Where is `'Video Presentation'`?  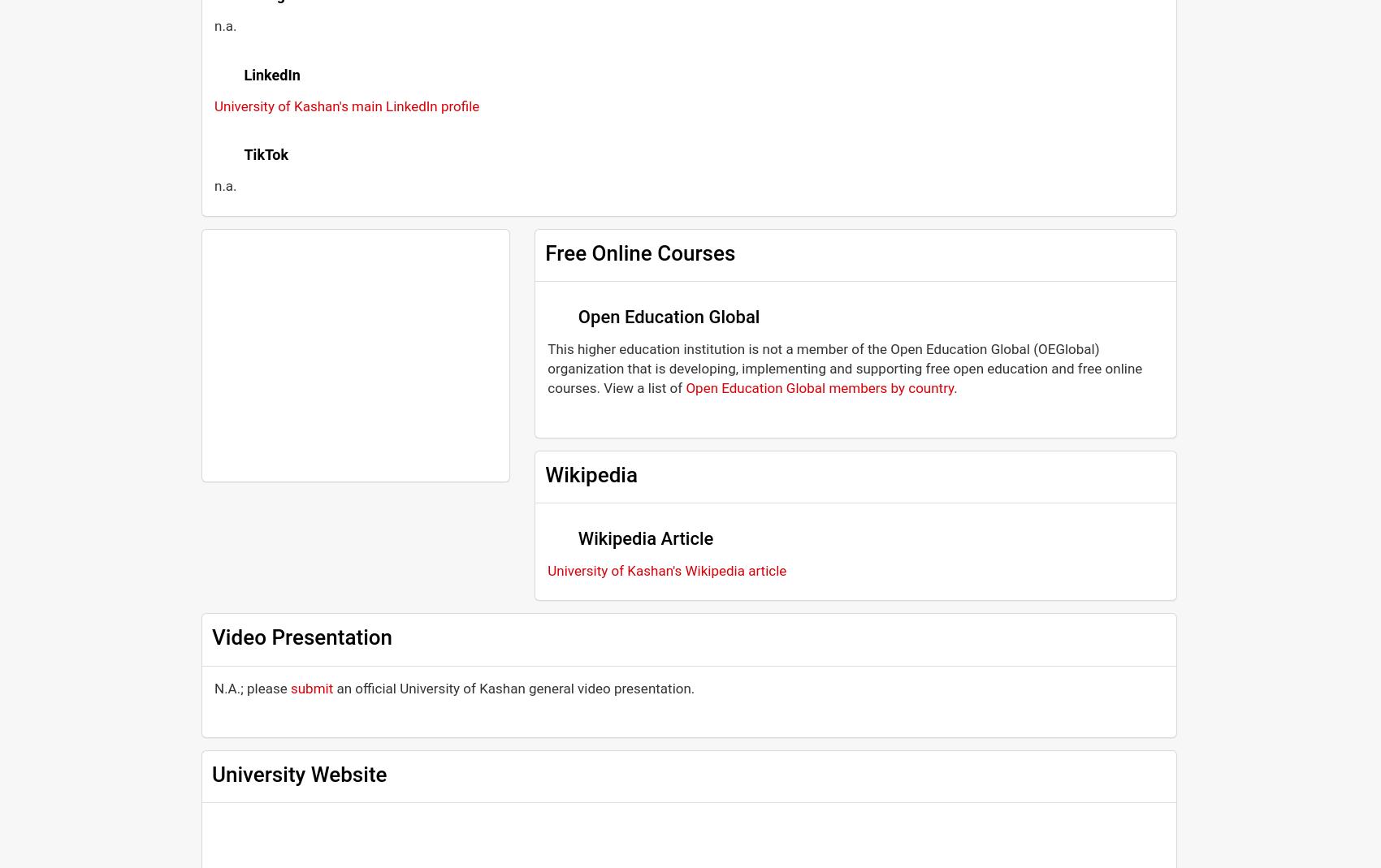 'Video Presentation' is located at coordinates (301, 637).